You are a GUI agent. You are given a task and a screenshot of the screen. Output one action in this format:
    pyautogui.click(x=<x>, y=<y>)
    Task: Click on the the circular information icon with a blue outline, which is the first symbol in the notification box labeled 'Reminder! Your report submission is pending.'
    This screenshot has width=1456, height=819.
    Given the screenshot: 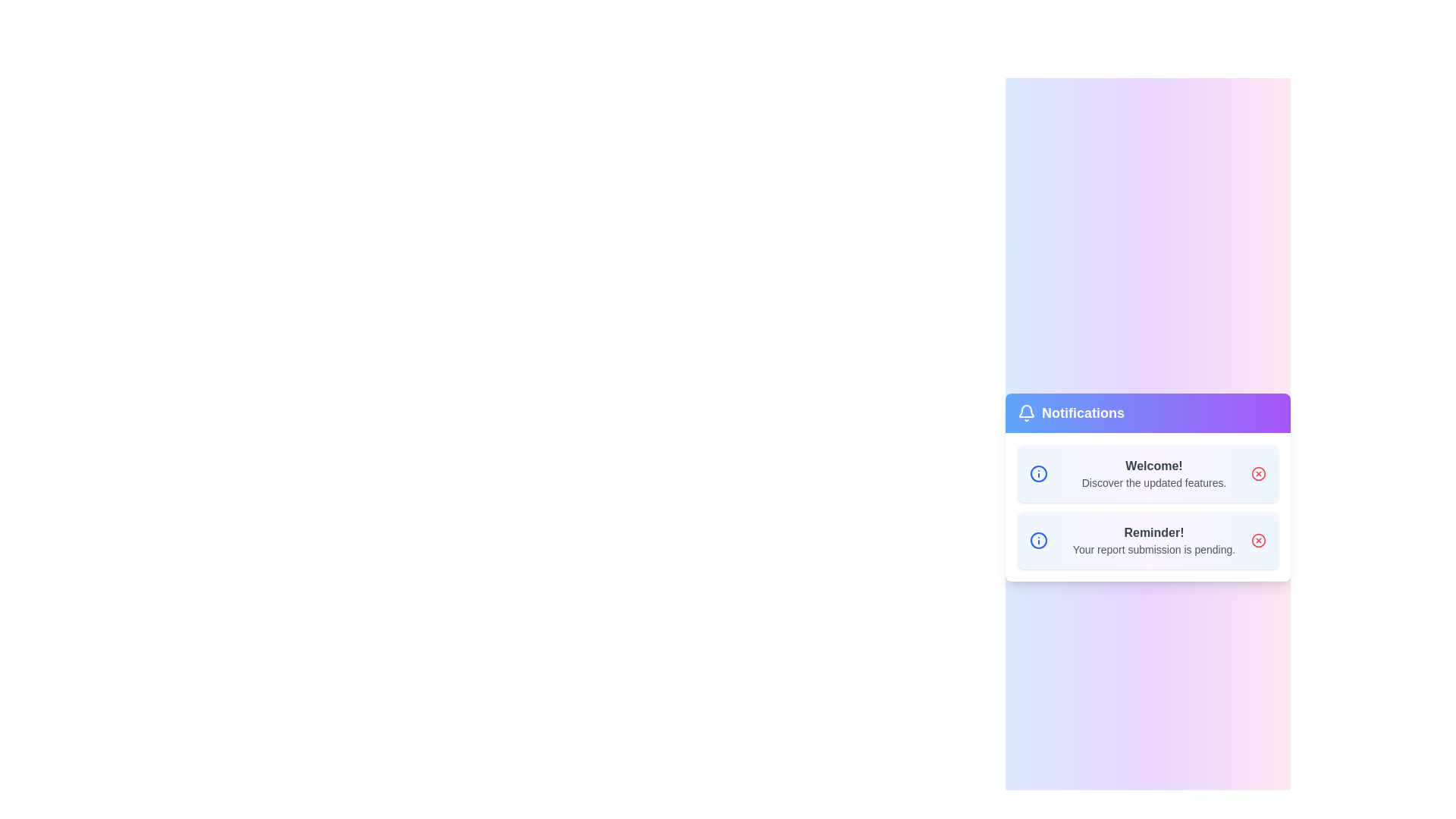 What is the action you would take?
    pyautogui.click(x=1037, y=540)
    